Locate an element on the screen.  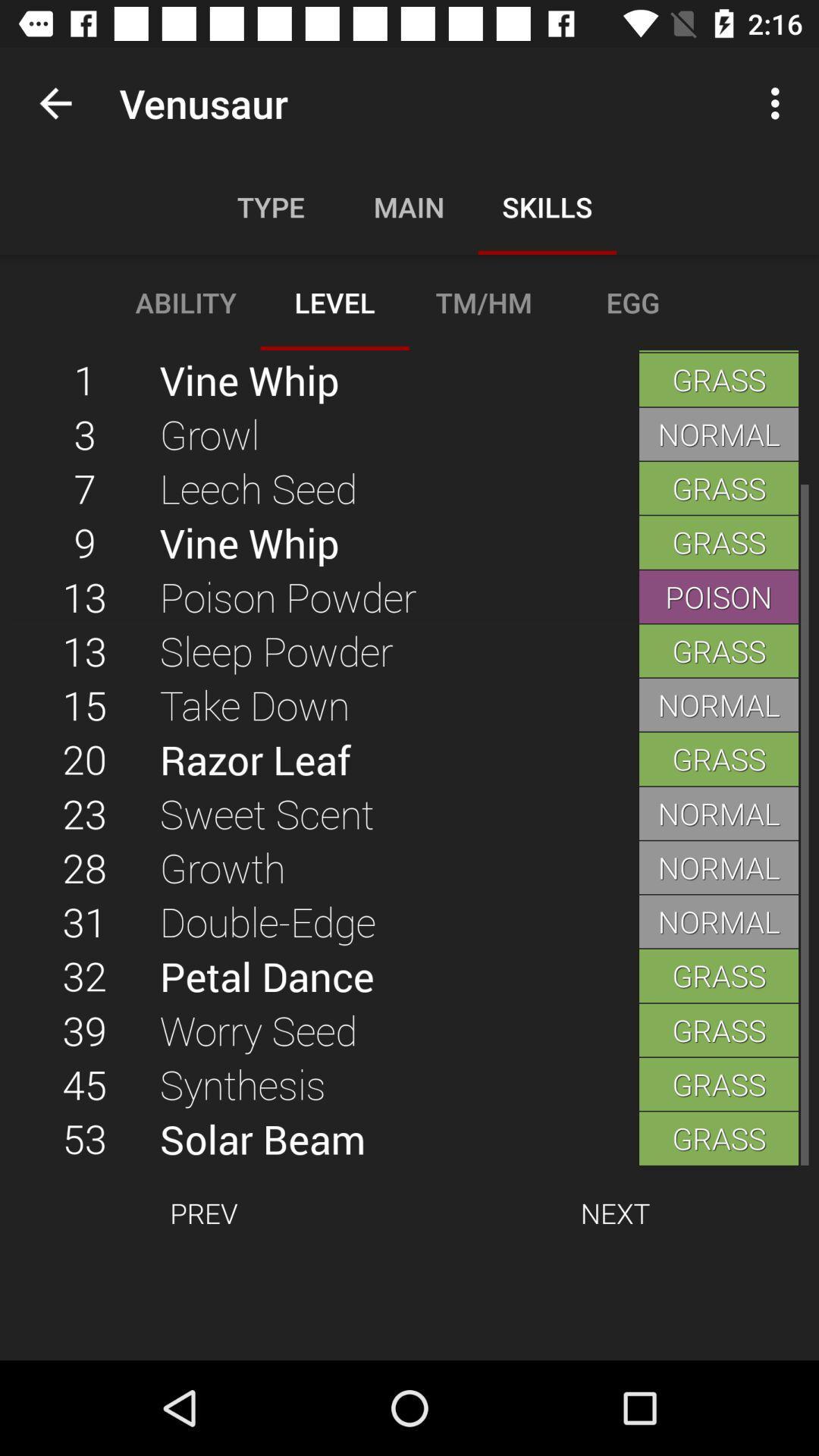
app next to venusaur icon is located at coordinates (55, 102).